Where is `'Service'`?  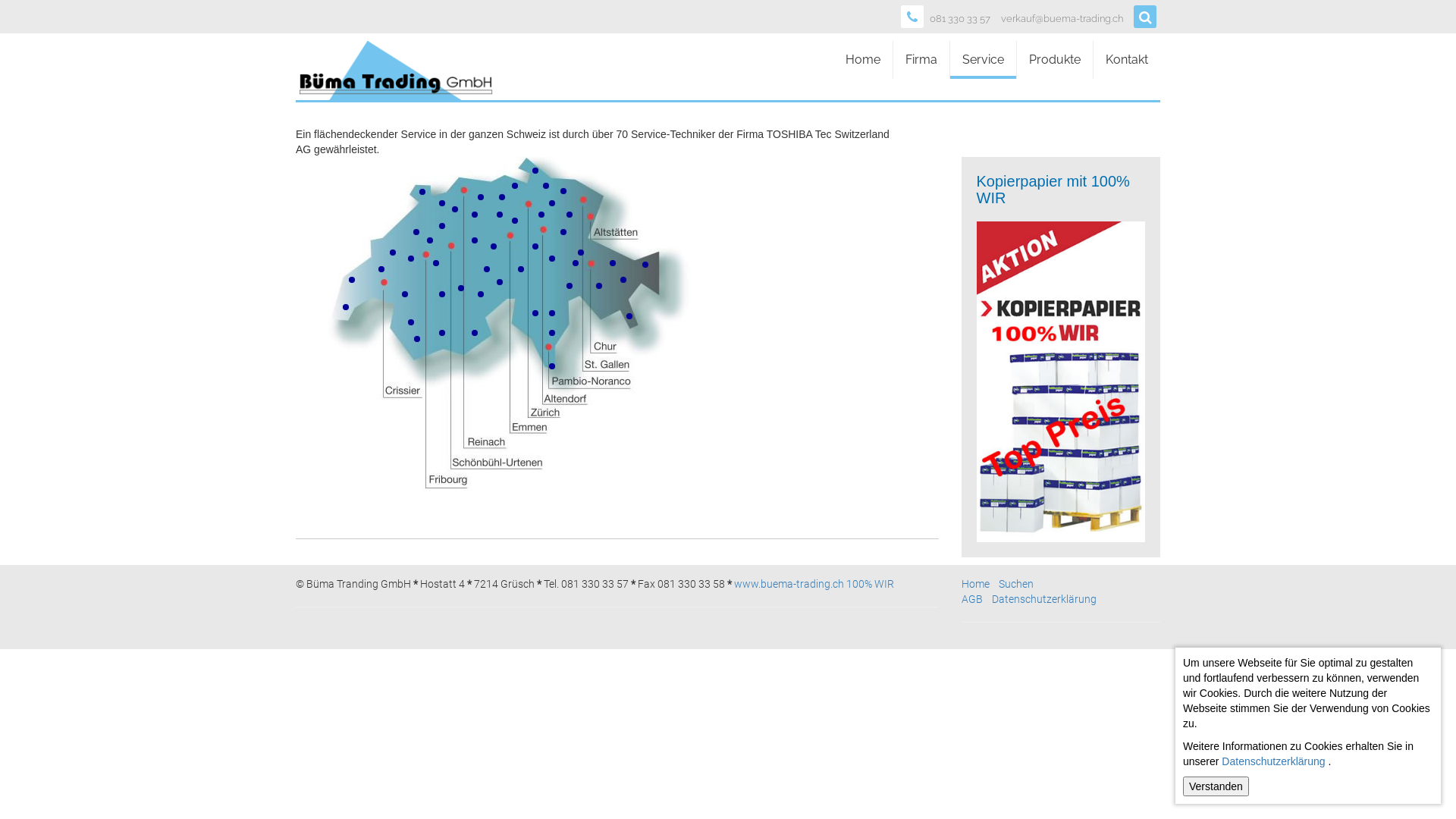
'Service' is located at coordinates (949, 58).